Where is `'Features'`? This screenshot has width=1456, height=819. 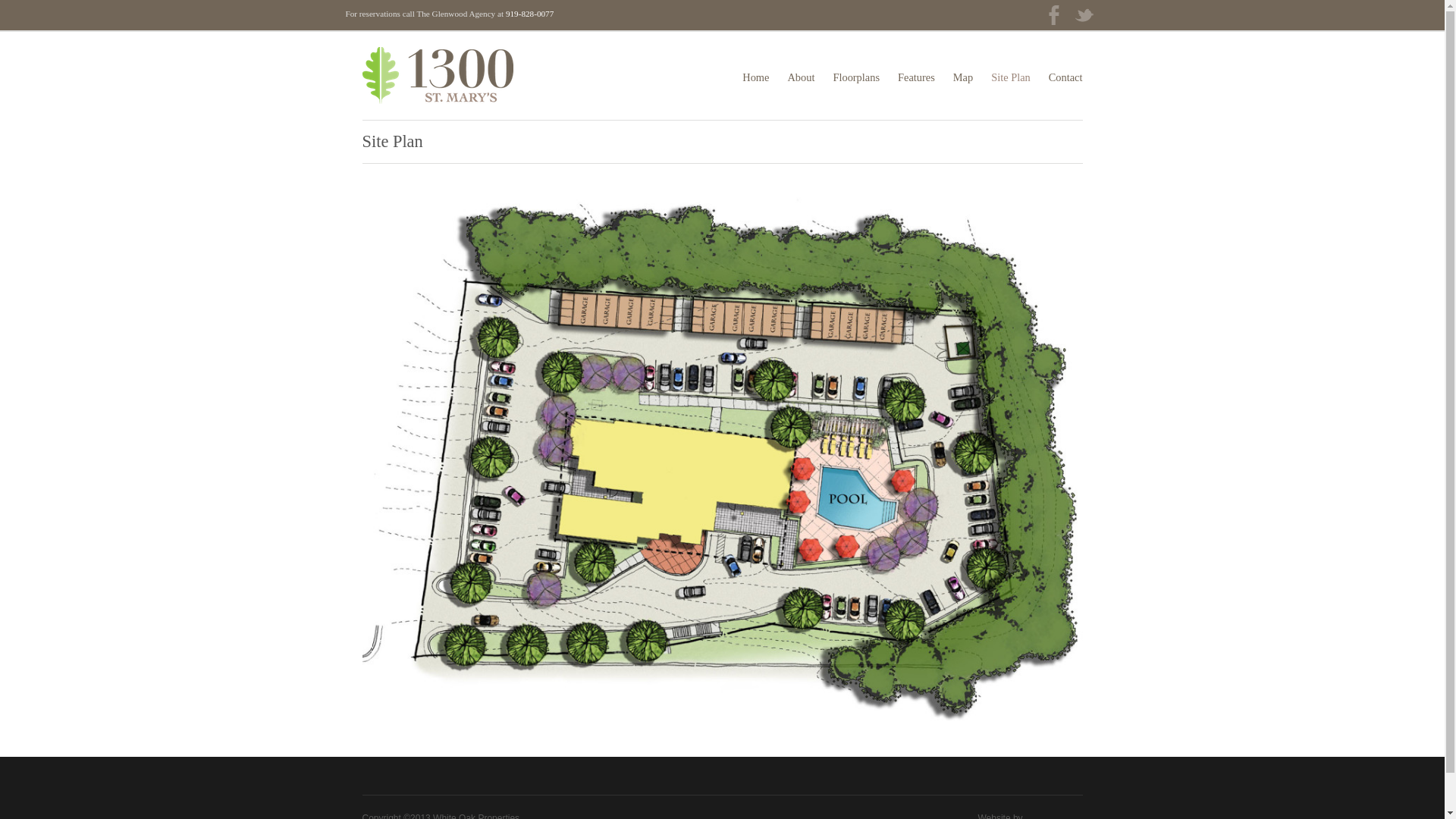 'Features' is located at coordinates (915, 77).